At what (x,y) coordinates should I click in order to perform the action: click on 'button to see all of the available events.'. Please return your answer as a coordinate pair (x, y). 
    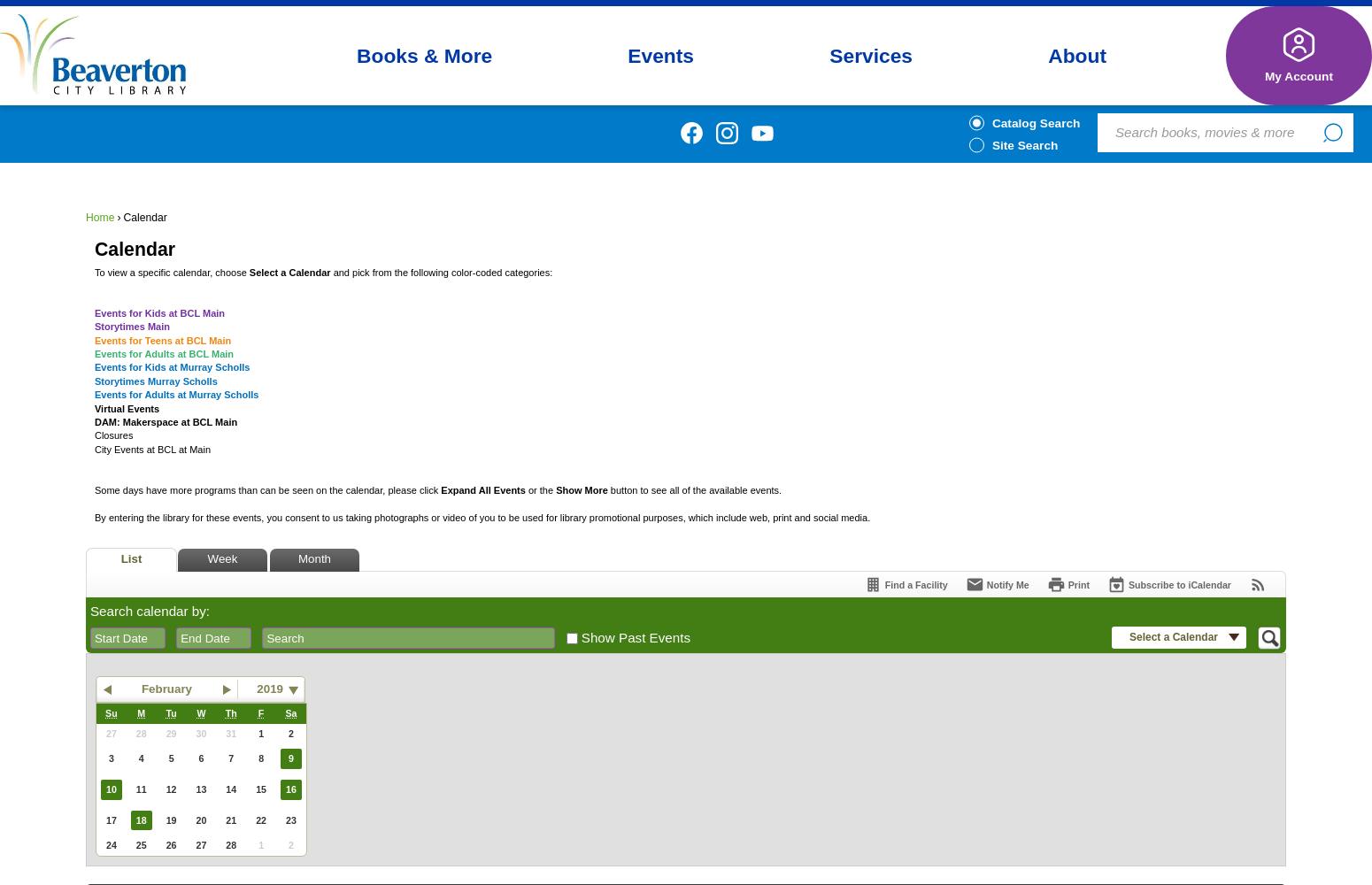
    Looking at the image, I should click on (693, 489).